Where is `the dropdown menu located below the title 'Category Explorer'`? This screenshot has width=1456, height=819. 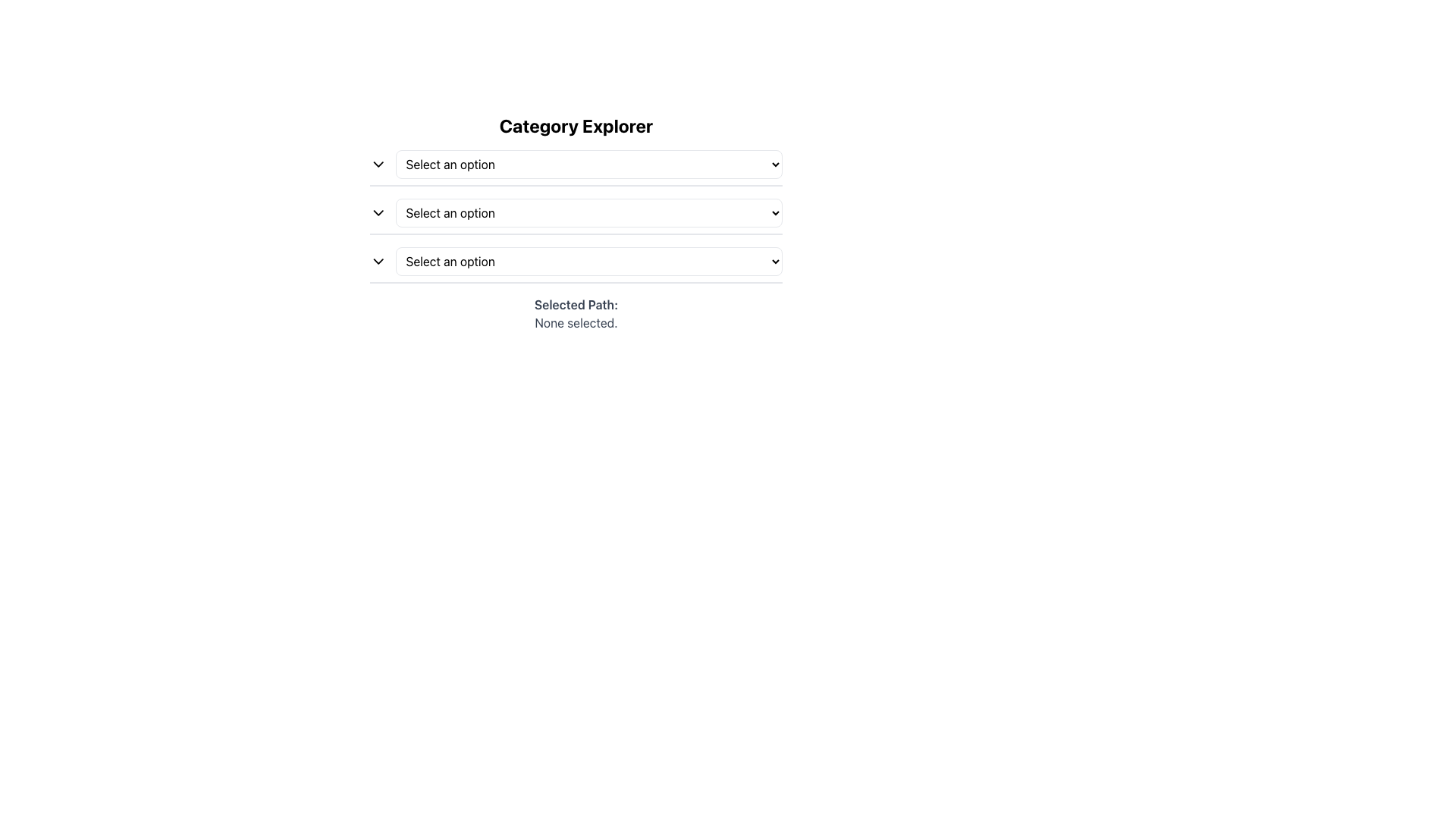 the dropdown menu located below the title 'Category Explorer' is located at coordinates (575, 168).